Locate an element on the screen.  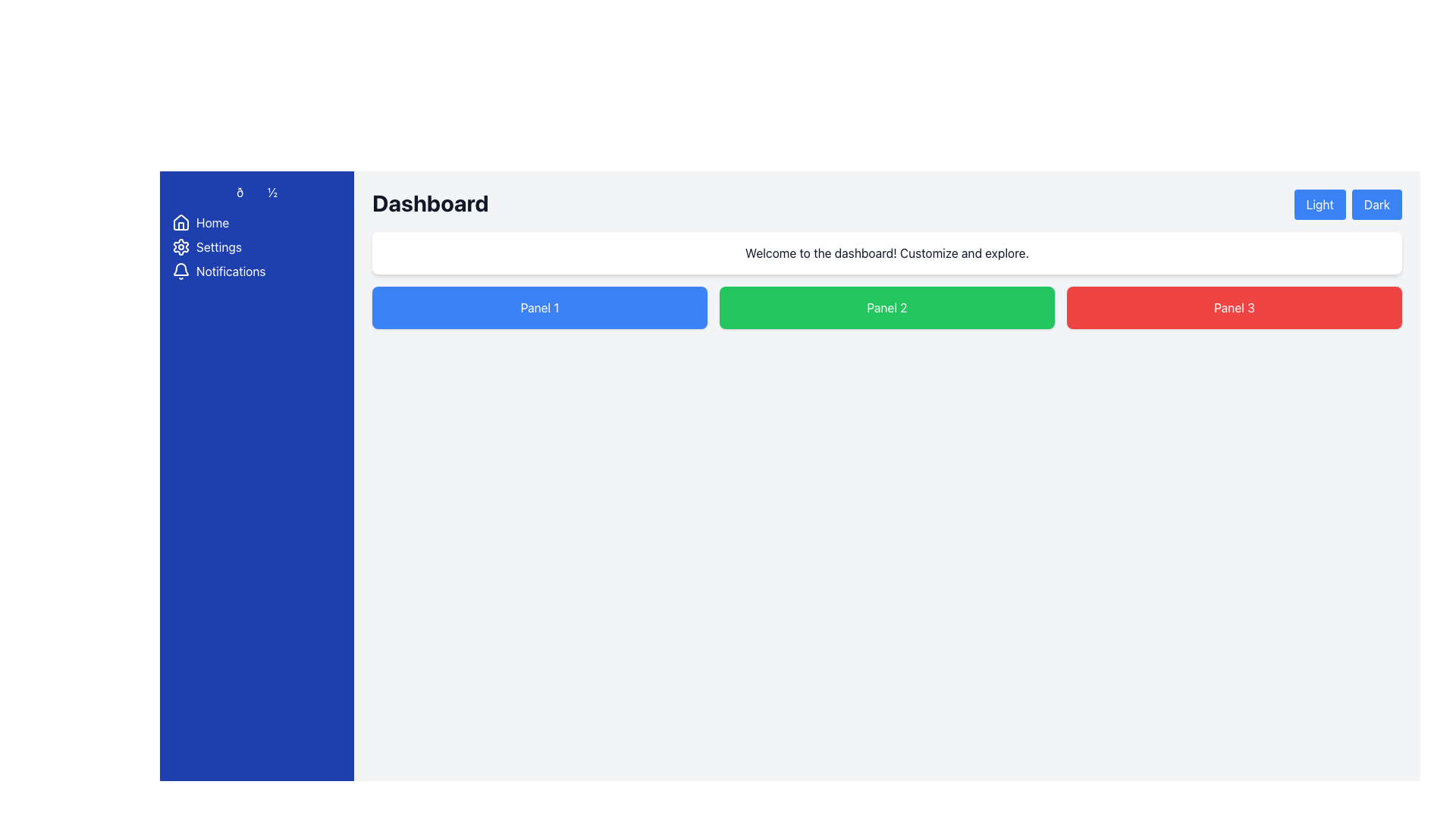
the second navigation button in the left-side blue sidebar is located at coordinates (257, 246).